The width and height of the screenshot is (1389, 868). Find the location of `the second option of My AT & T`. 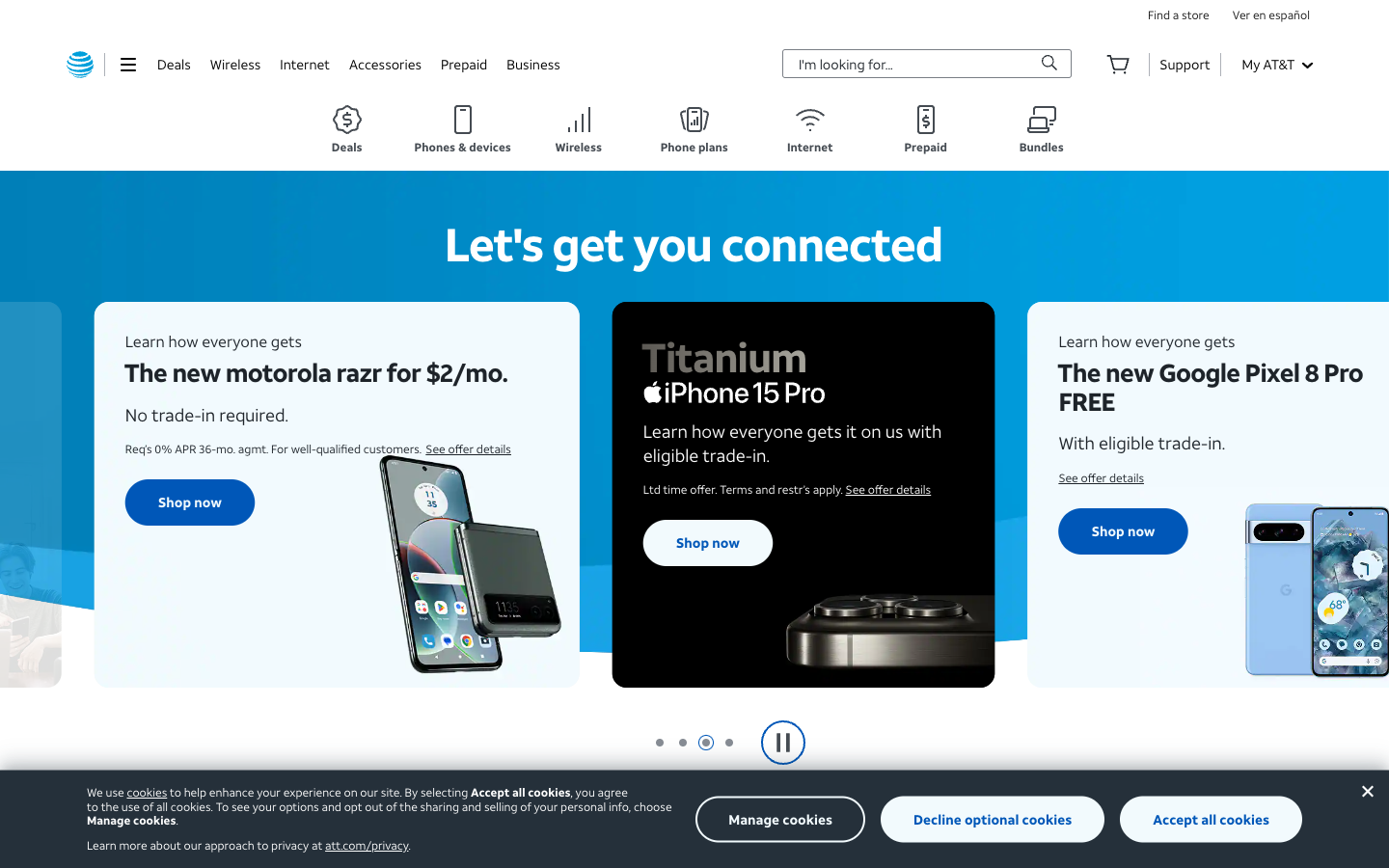

the second option of My AT & T is located at coordinates (1275, 63).